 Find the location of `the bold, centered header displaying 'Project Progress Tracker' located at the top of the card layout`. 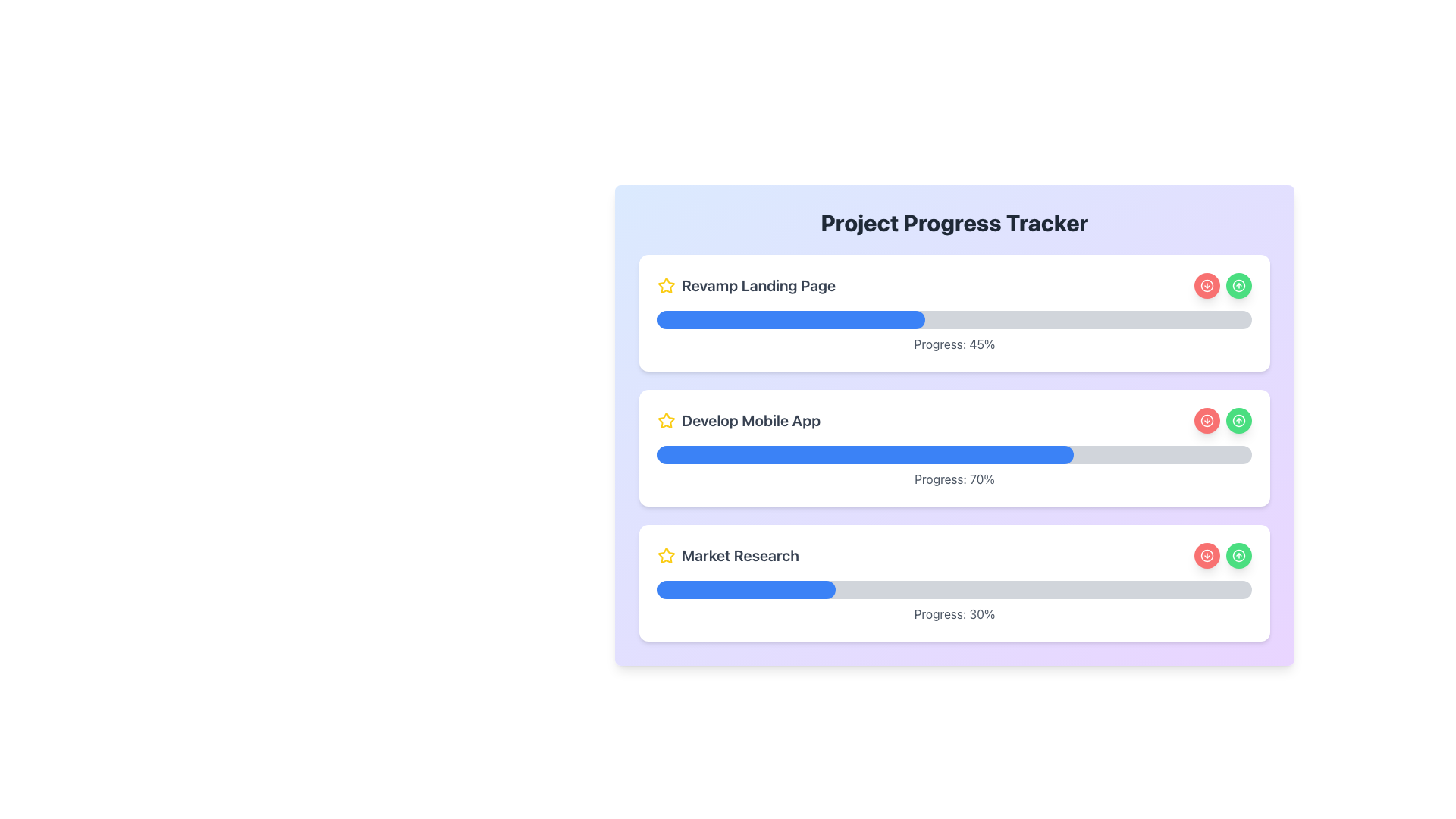

the bold, centered header displaying 'Project Progress Tracker' located at the top of the card layout is located at coordinates (953, 222).